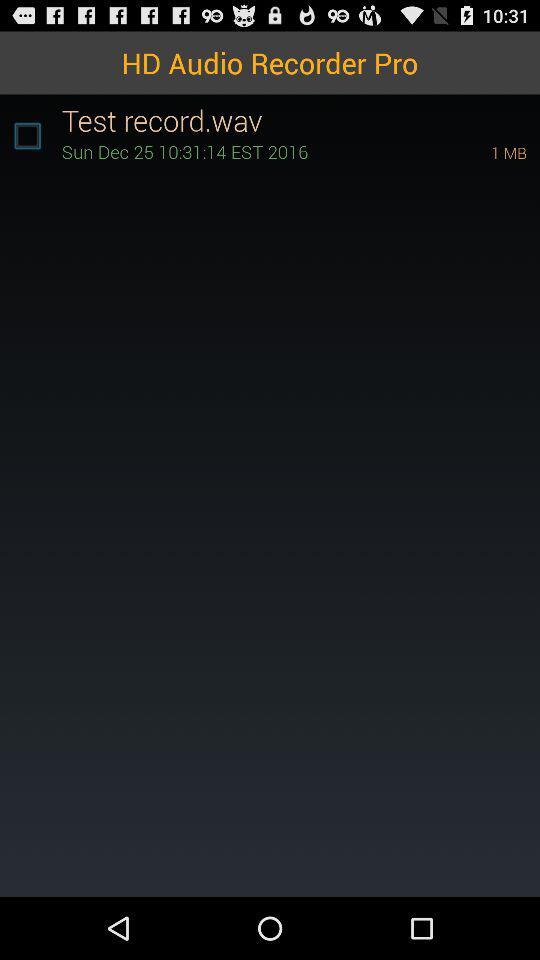  What do you see at coordinates (480, 151) in the screenshot?
I see `item below test record.wav item` at bounding box center [480, 151].